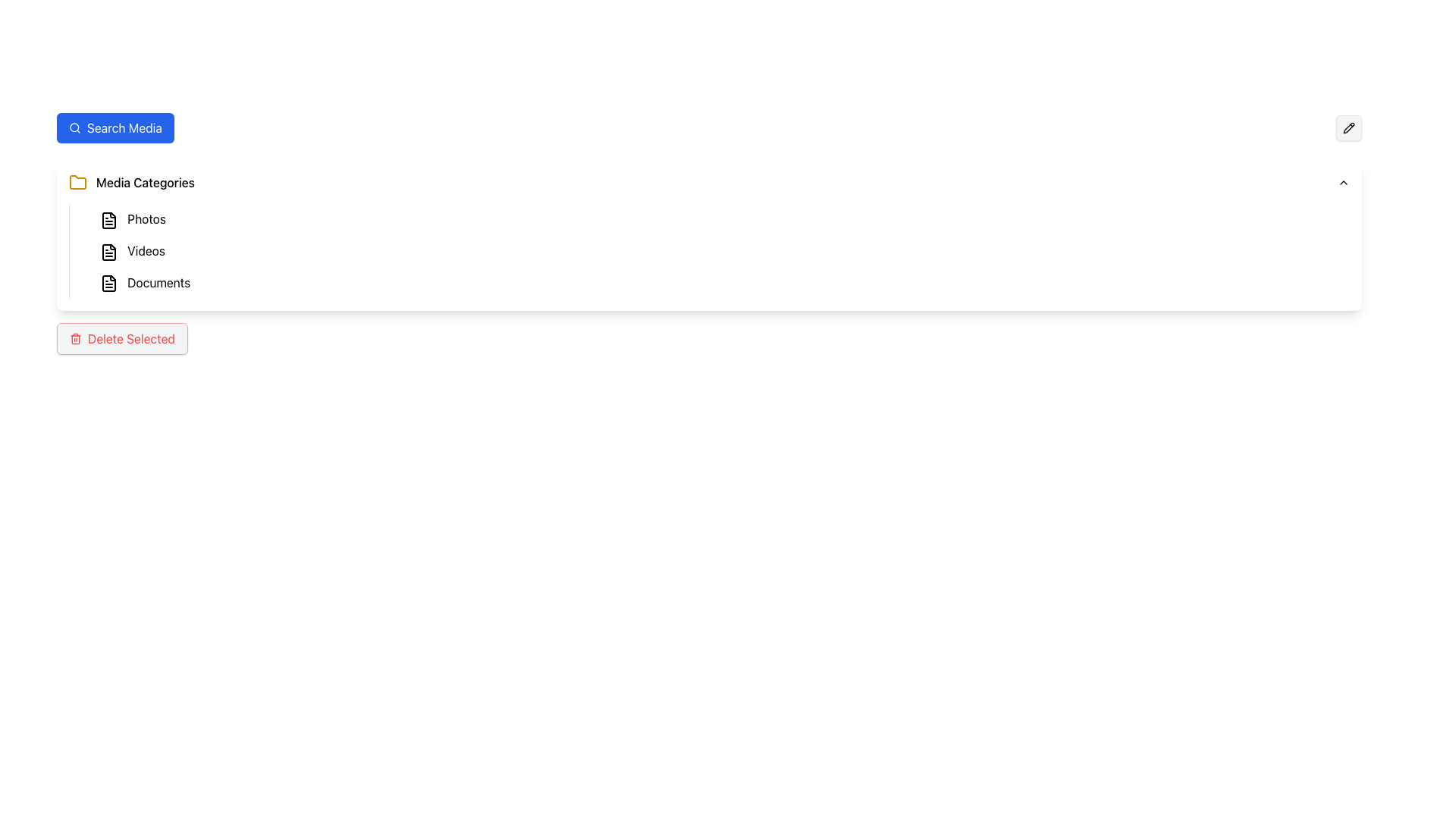  What do you see at coordinates (75, 338) in the screenshot?
I see `the deletion icon located to the left of the 'Delete Selected' button at the bottom of the interface` at bounding box center [75, 338].